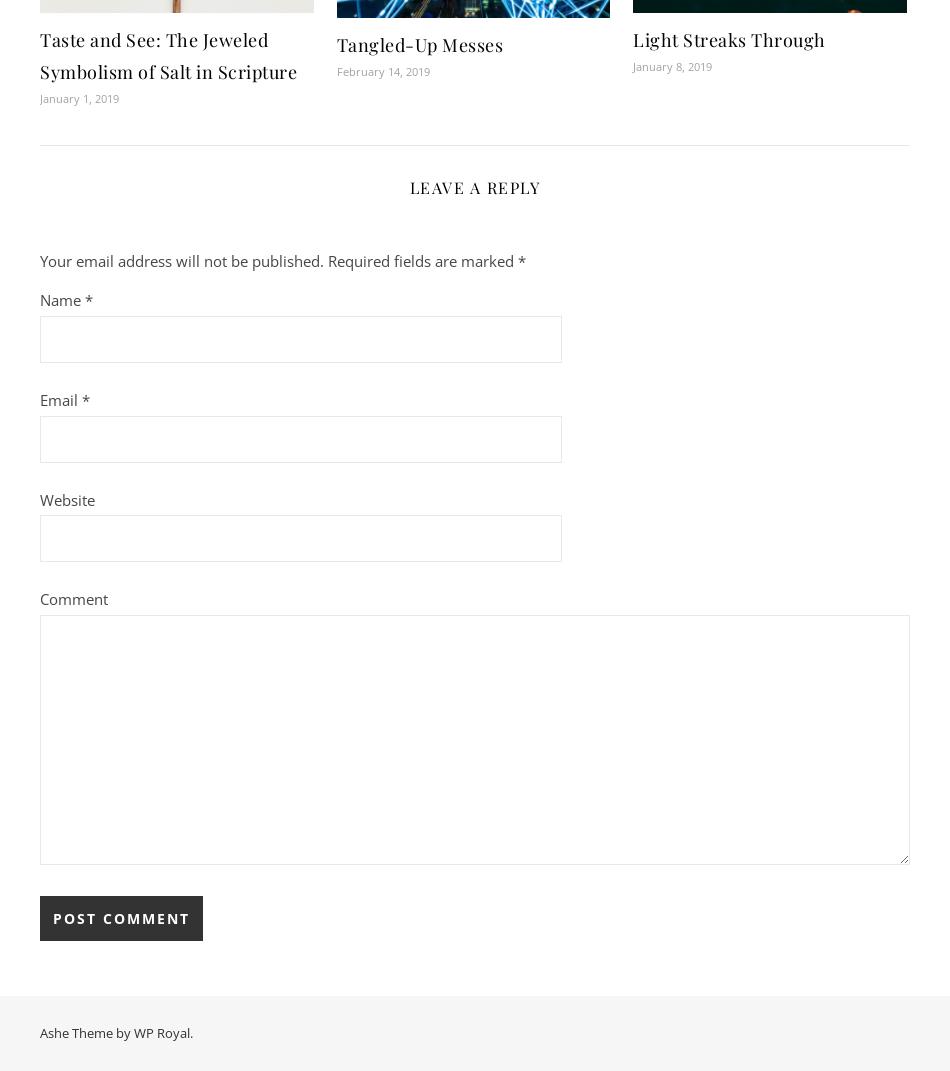 The image size is (950, 1071). I want to click on '.', so click(190, 1032).